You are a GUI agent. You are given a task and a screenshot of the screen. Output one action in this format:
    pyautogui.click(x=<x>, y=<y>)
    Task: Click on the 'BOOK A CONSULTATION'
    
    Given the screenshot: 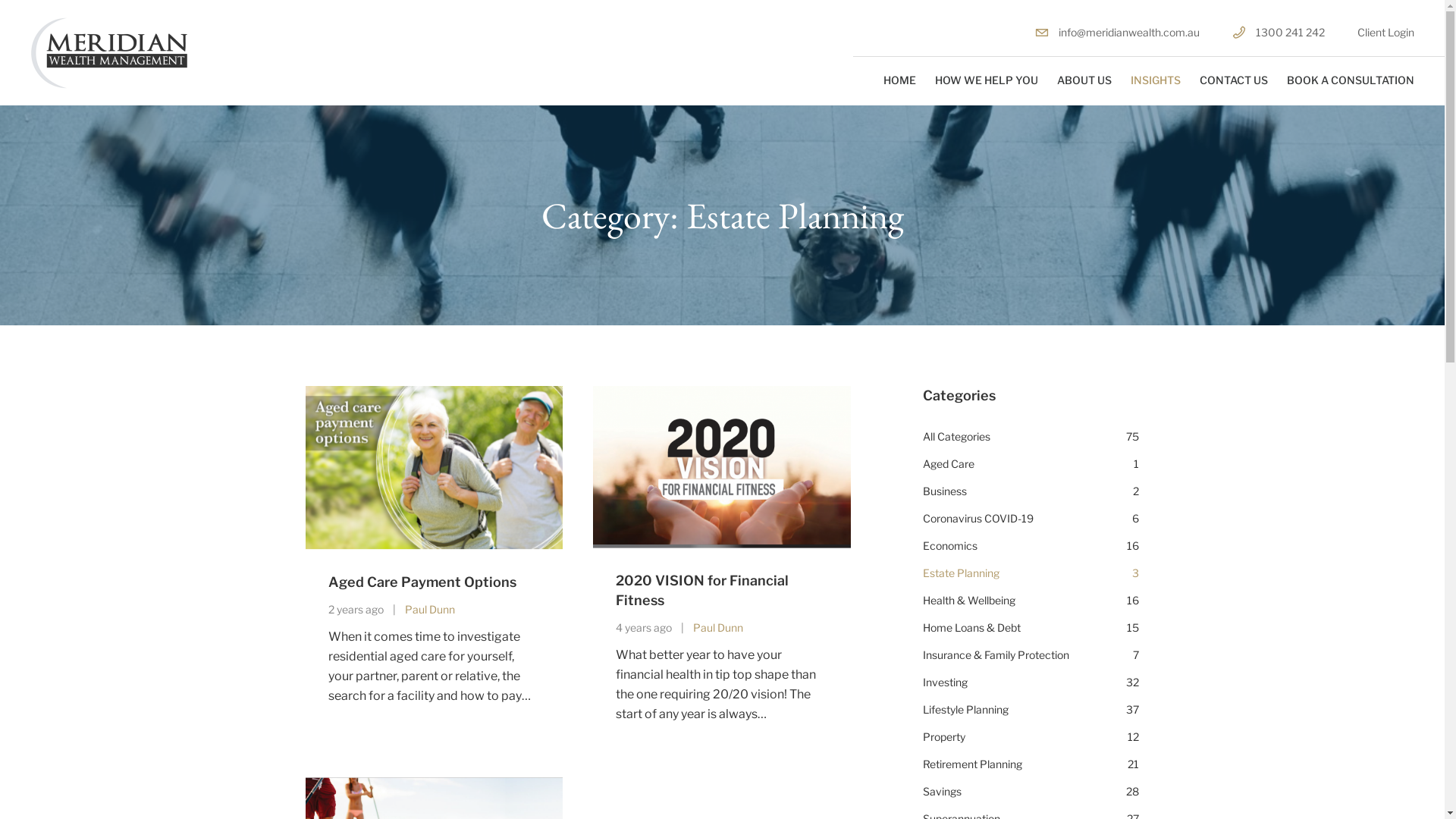 What is the action you would take?
    pyautogui.click(x=1286, y=80)
    